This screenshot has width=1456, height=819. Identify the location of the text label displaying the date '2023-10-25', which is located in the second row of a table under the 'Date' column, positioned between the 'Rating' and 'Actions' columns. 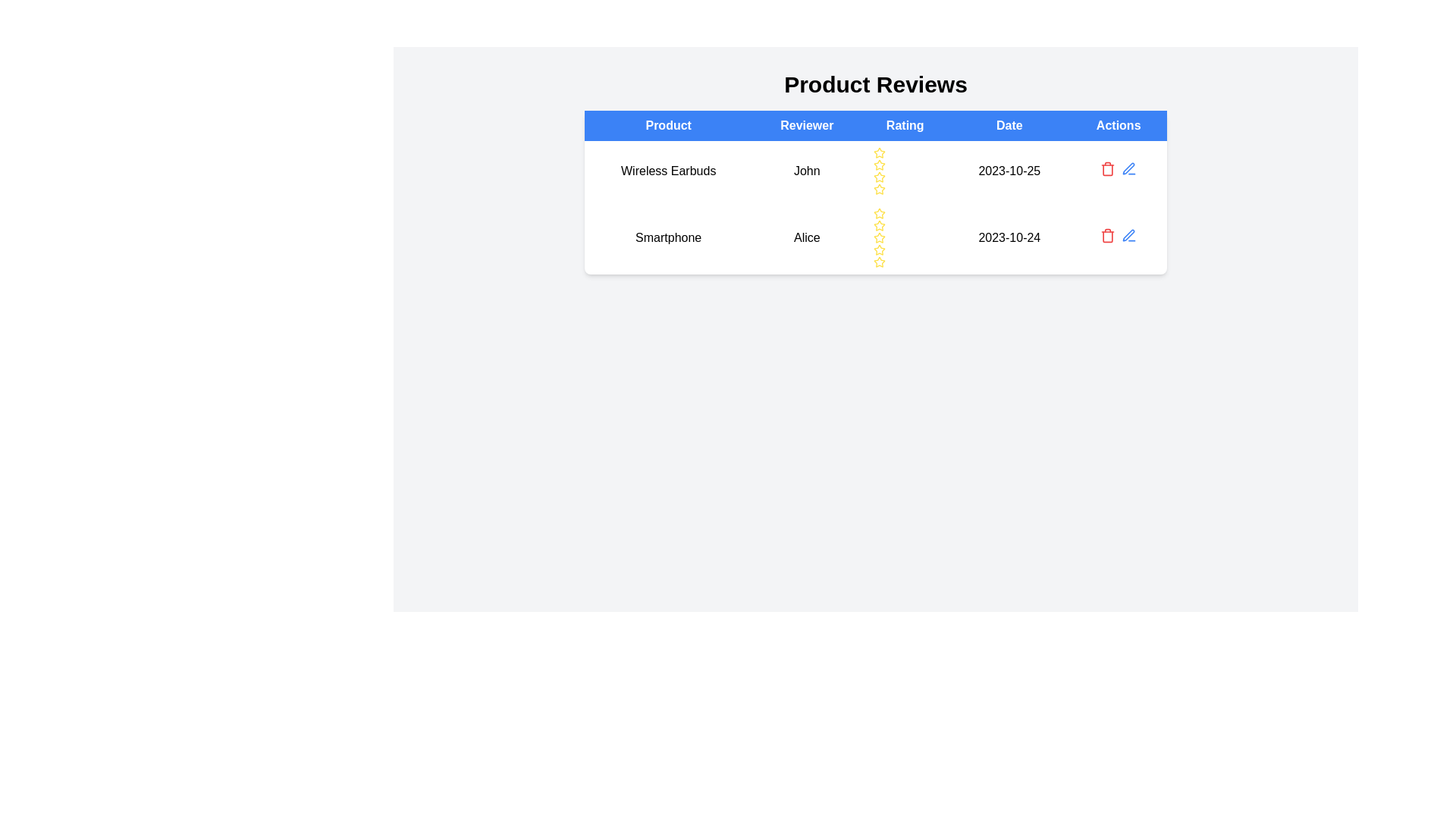
(1009, 171).